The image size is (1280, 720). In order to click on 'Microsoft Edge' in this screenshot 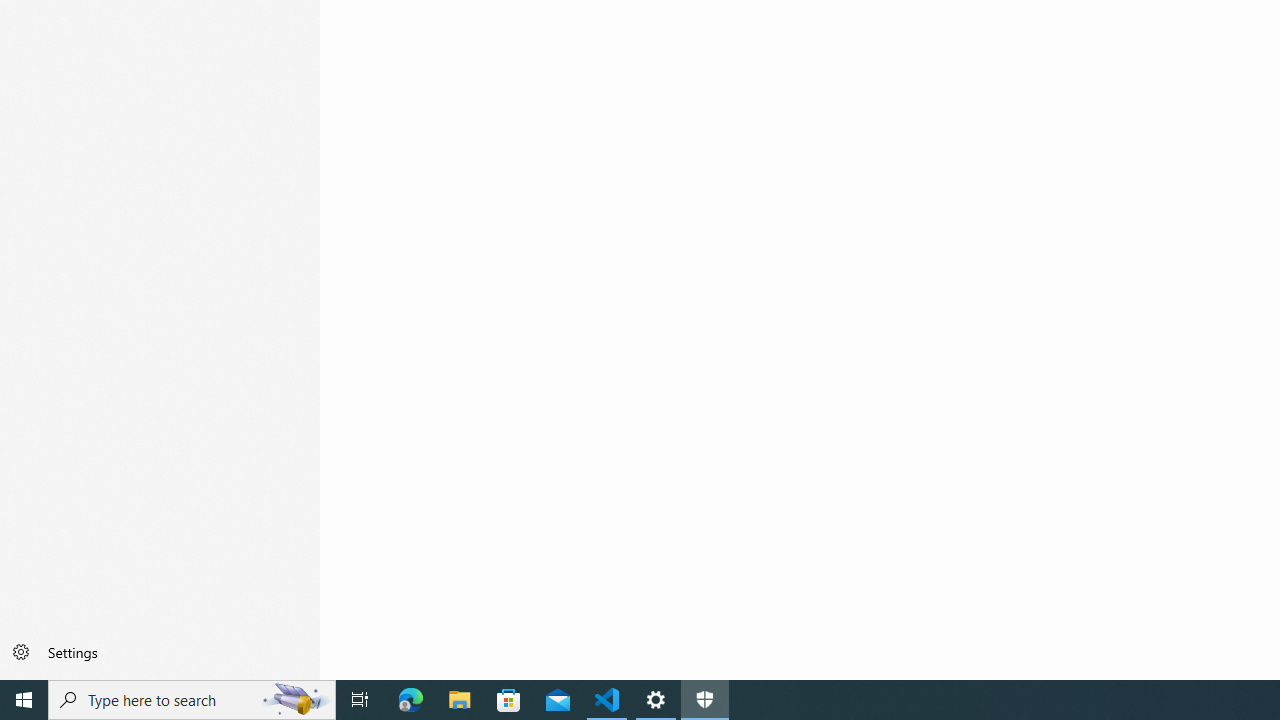, I will do `click(410, 698)`.